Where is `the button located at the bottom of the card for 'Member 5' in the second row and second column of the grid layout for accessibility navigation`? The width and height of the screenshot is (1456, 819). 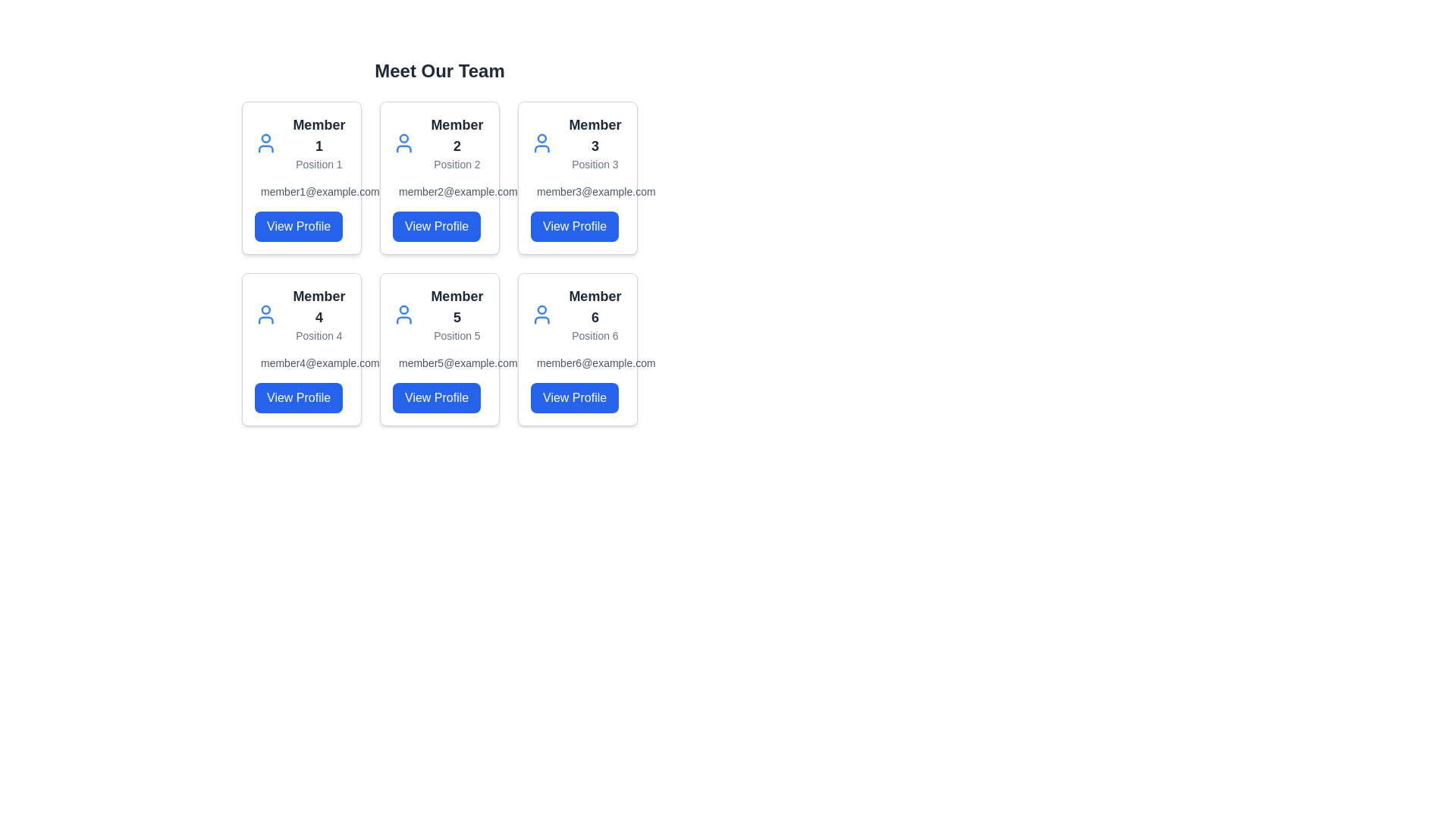 the button located at the bottom of the card for 'Member 5' in the second row and second column of the grid layout for accessibility navigation is located at coordinates (436, 397).